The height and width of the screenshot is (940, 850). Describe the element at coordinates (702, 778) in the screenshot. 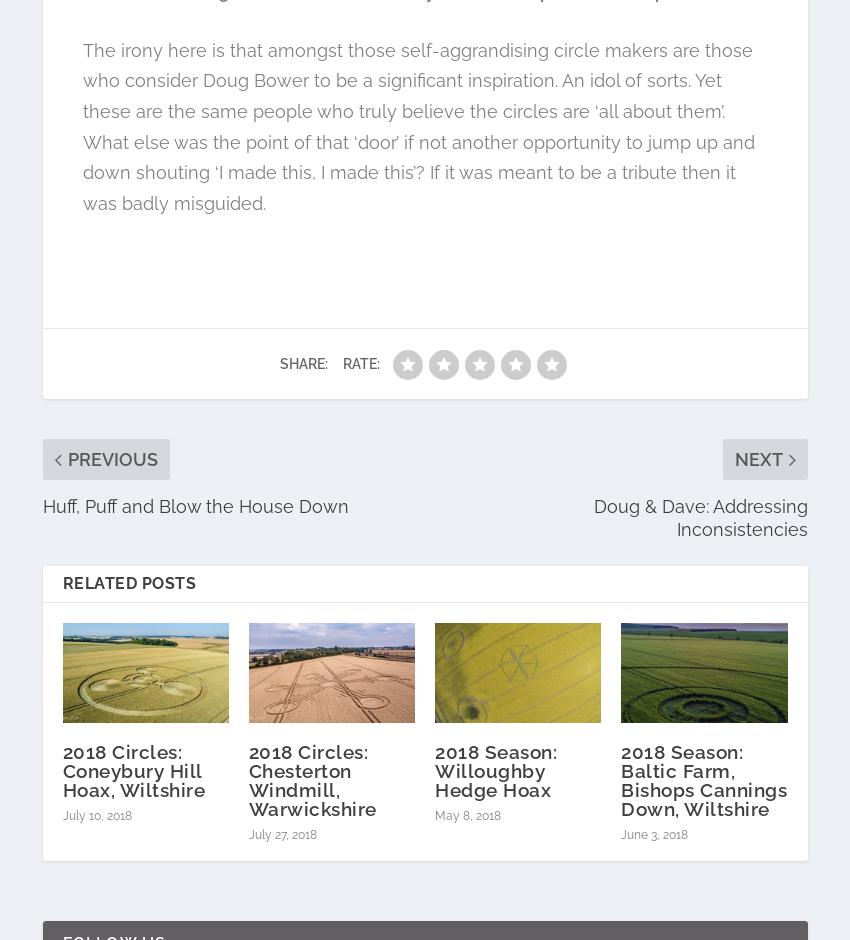

I see `'2018 Season: Baltic Farm, Bishops Cannings Down, Wiltshire'` at that location.